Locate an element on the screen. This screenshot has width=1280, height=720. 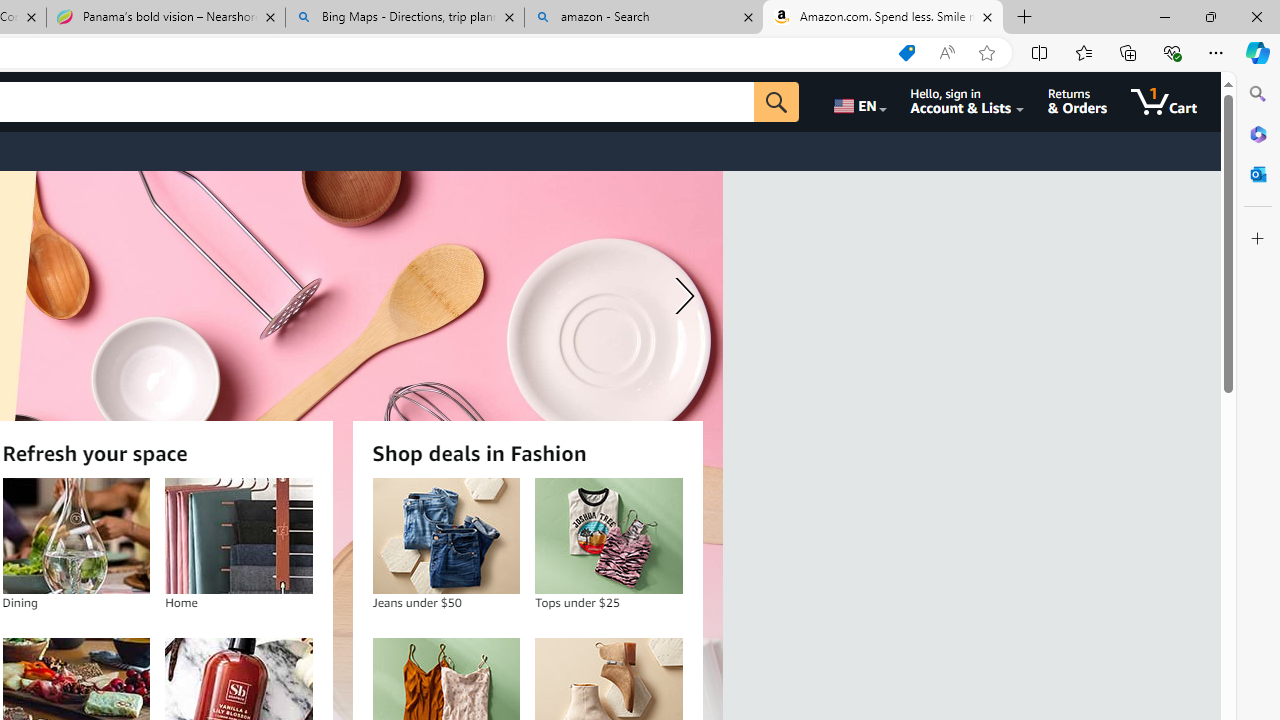
'Returns & Orders' is located at coordinates (1076, 101).